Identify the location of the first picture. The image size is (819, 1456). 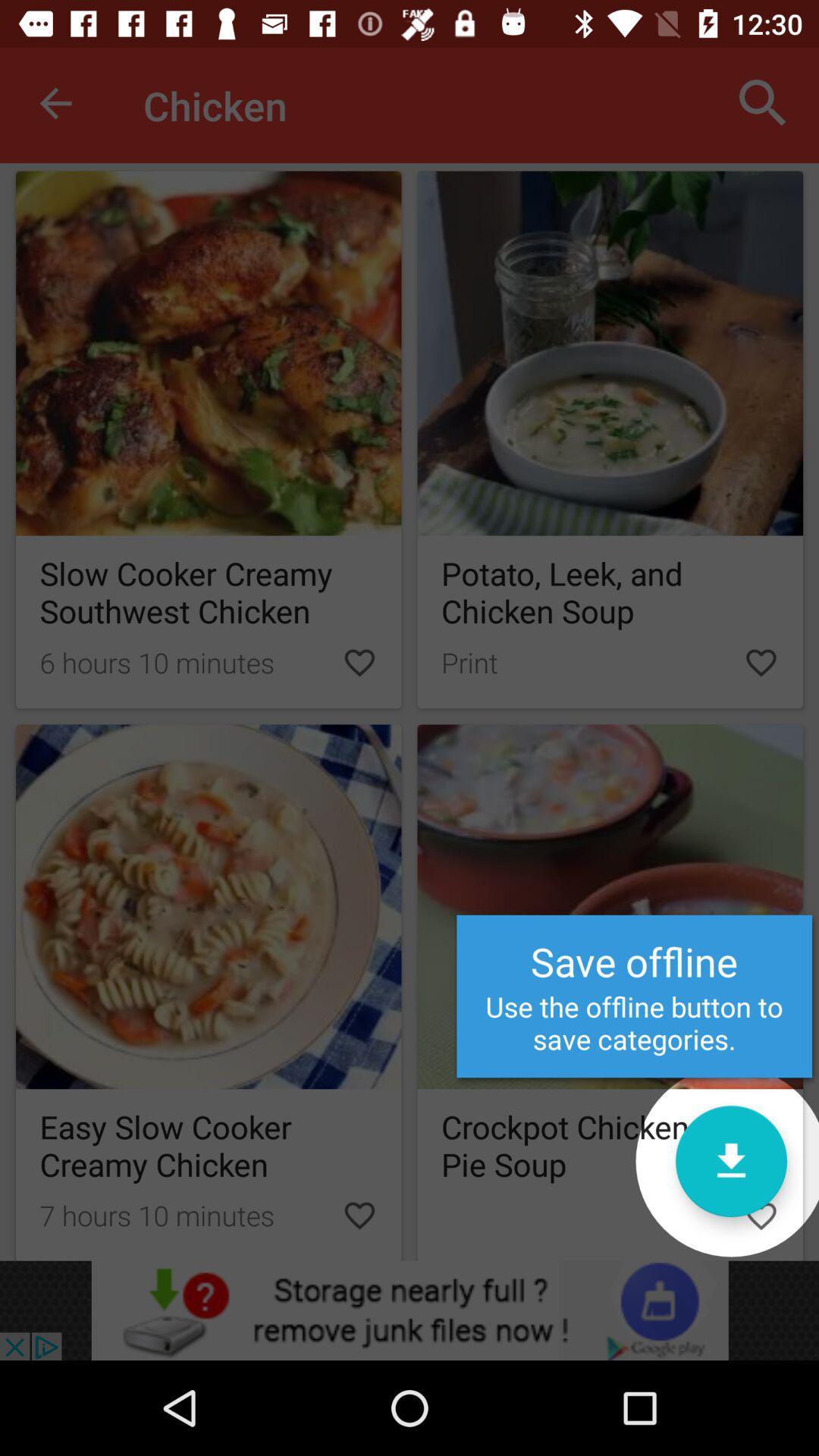
(209, 439).